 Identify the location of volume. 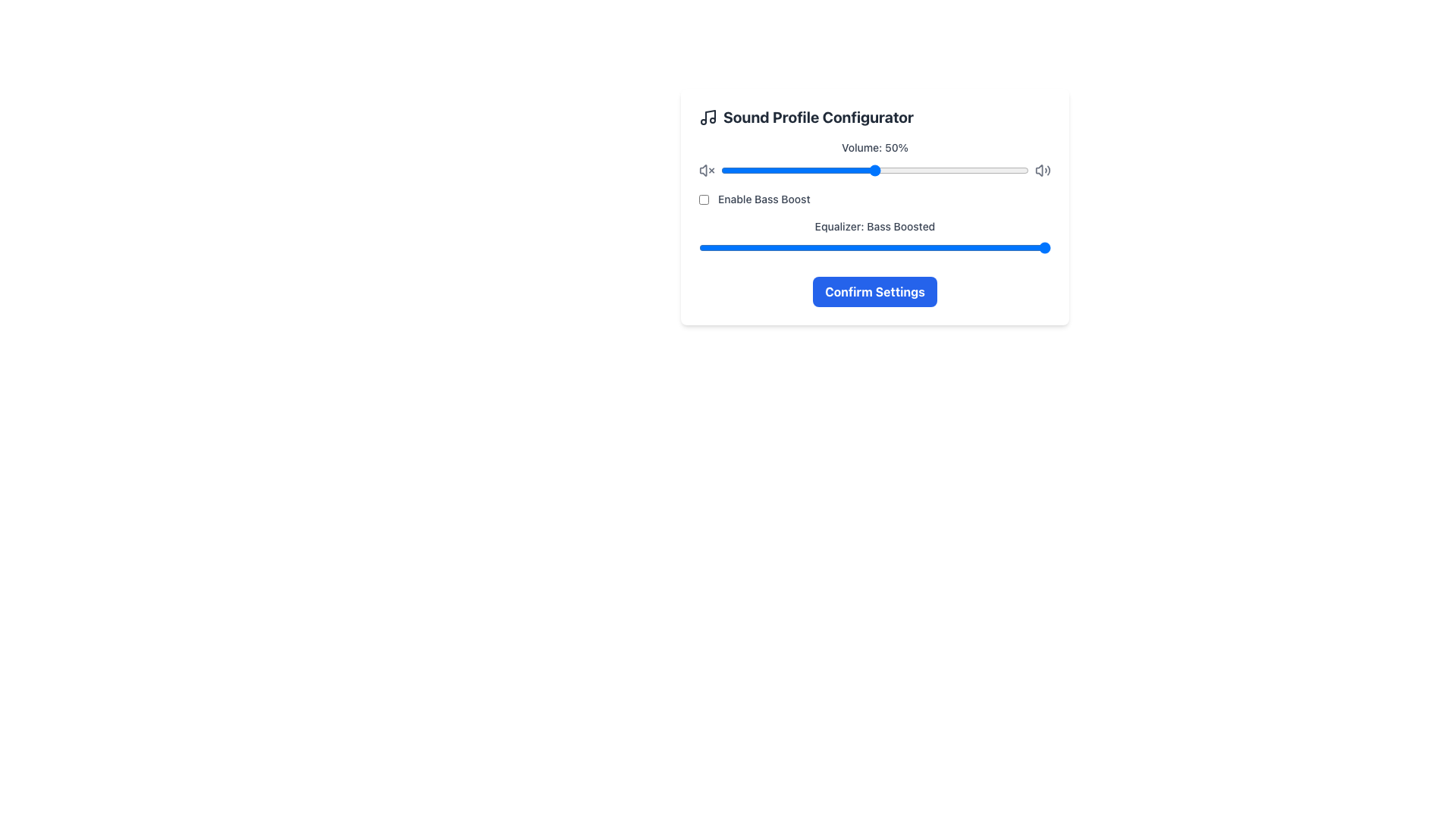
(758, 170).